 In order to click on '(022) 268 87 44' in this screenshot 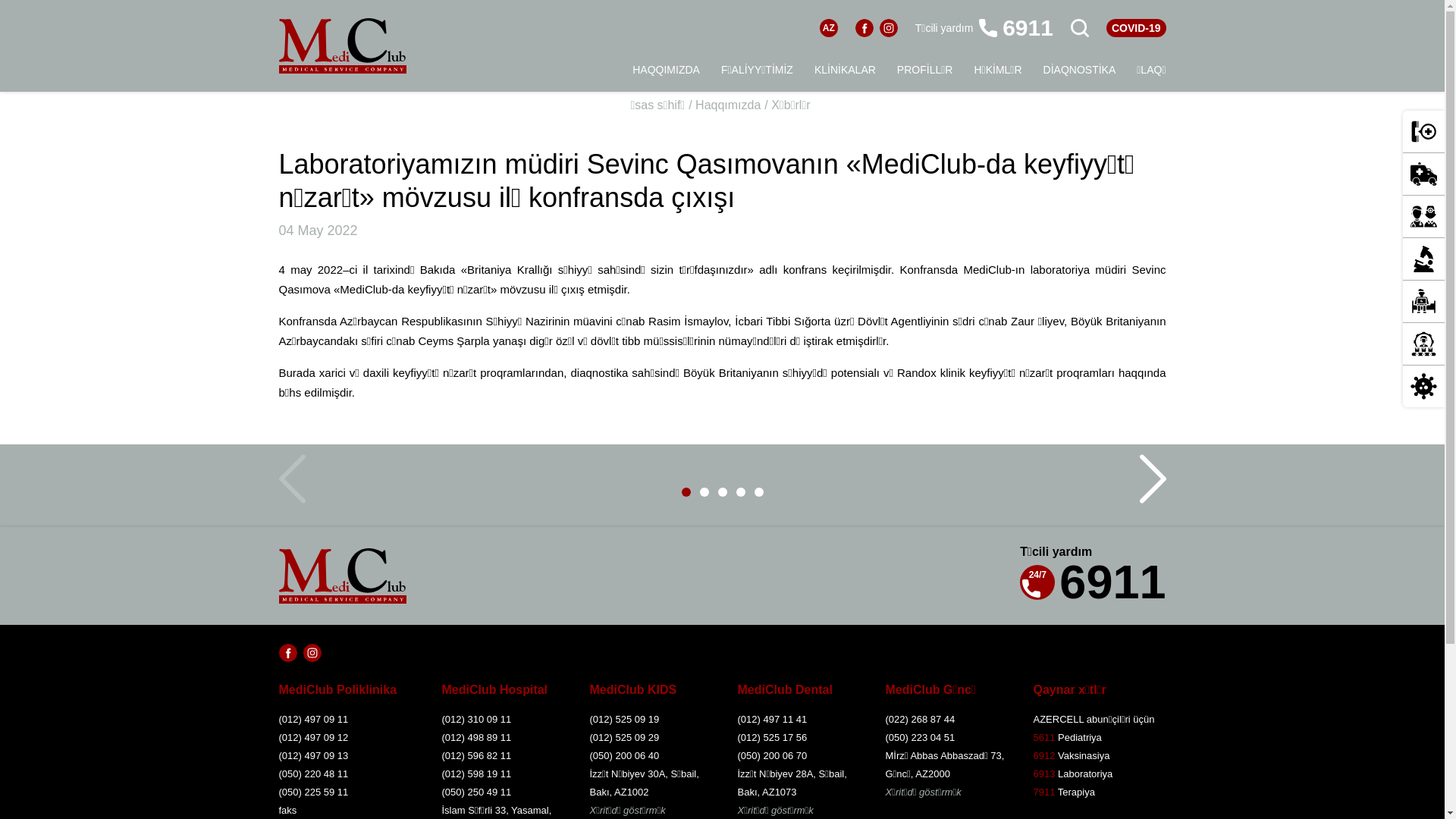, I will do `click(885, 718)`.